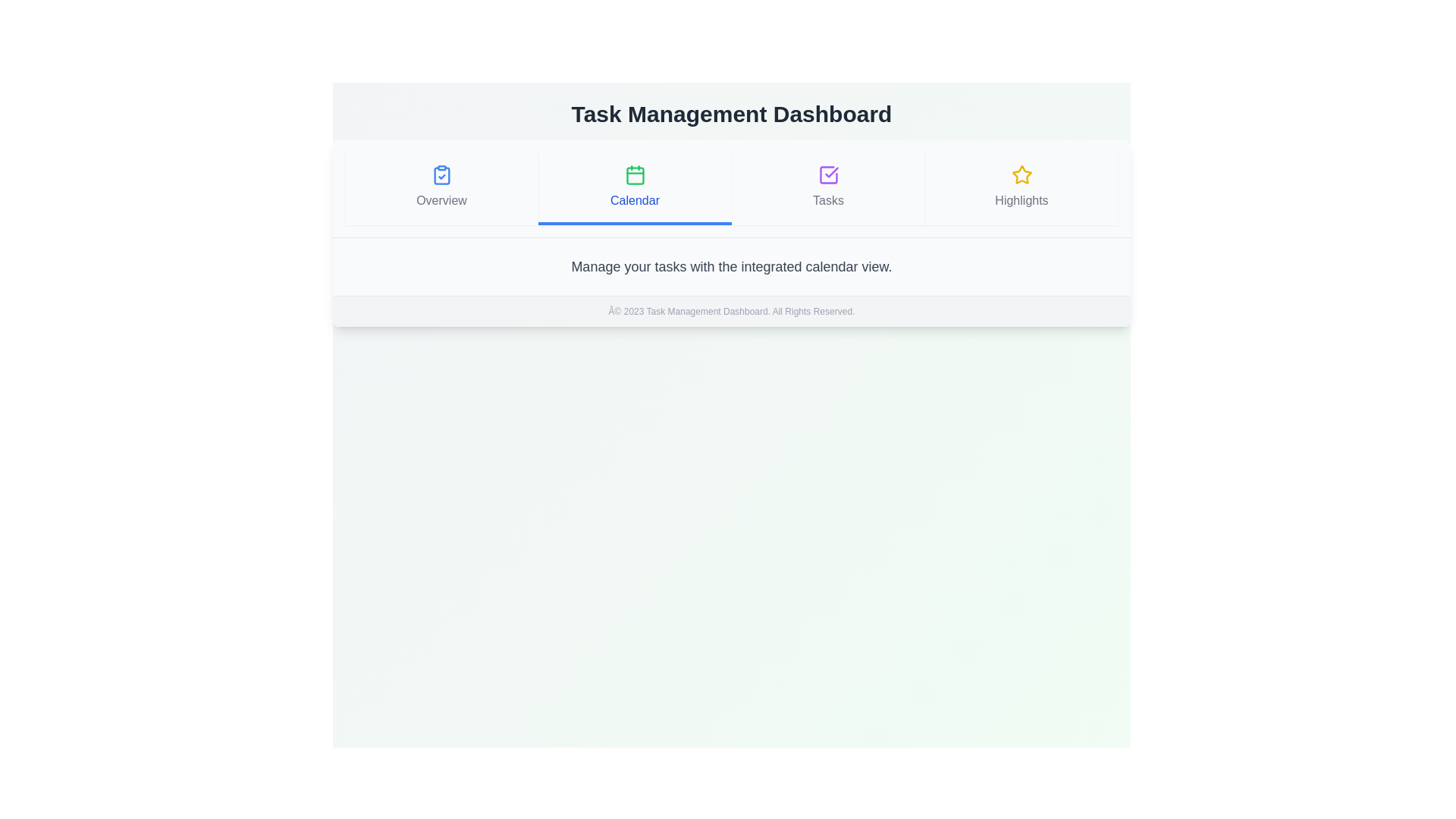 This screenshot has height=819, width=1456. What do you see at coordinates (441, 186) in the screenshot?
I see `the 'Overview' tab in the horizontal navigation menu at the top of the main interface` at bounding box center [441, 186].